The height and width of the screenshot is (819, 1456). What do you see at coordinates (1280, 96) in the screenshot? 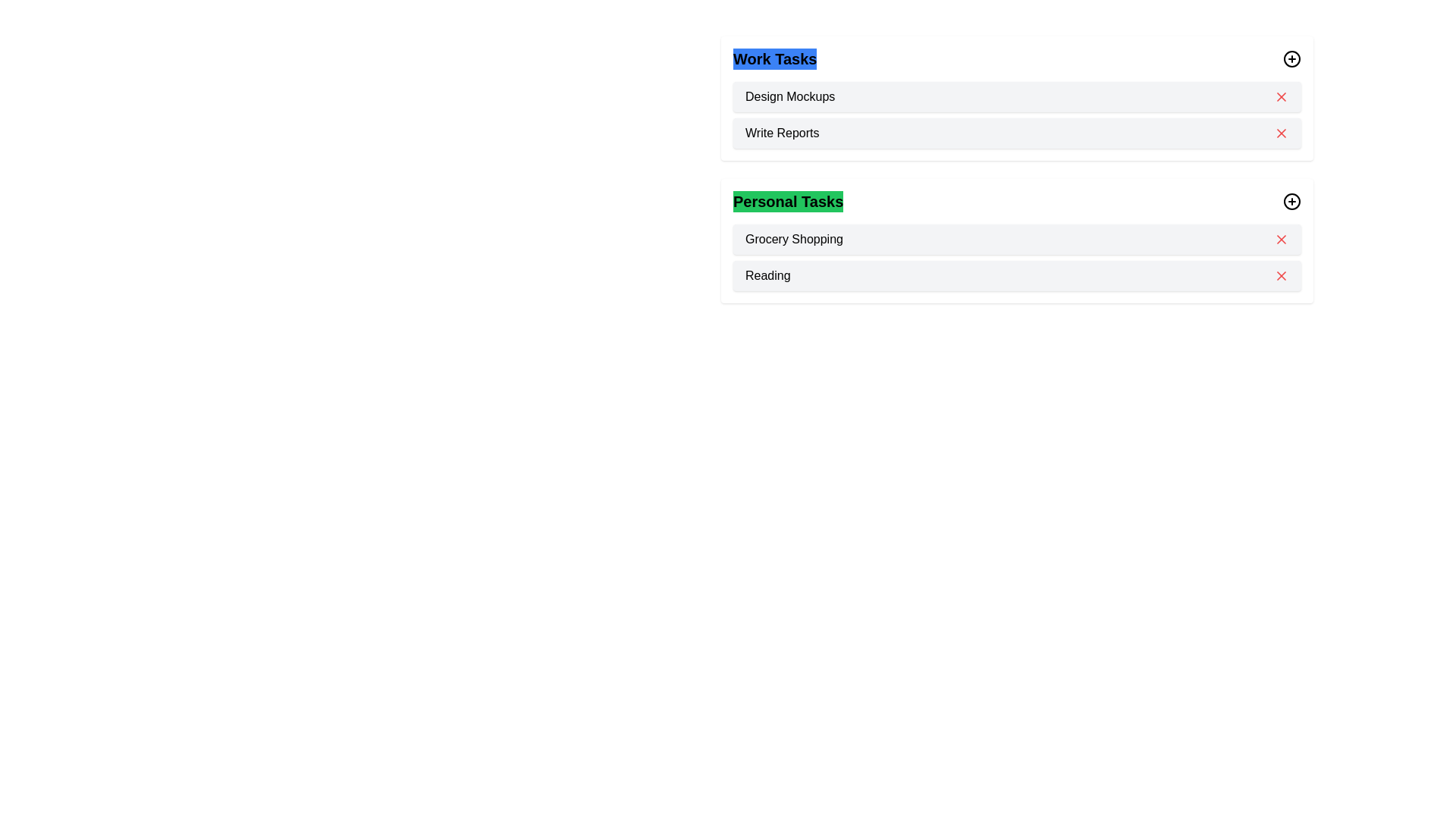
I see `the task Design Mockups from the category Work by clicking the 'X' icon next to the task` at bounding box center [1280, 96].